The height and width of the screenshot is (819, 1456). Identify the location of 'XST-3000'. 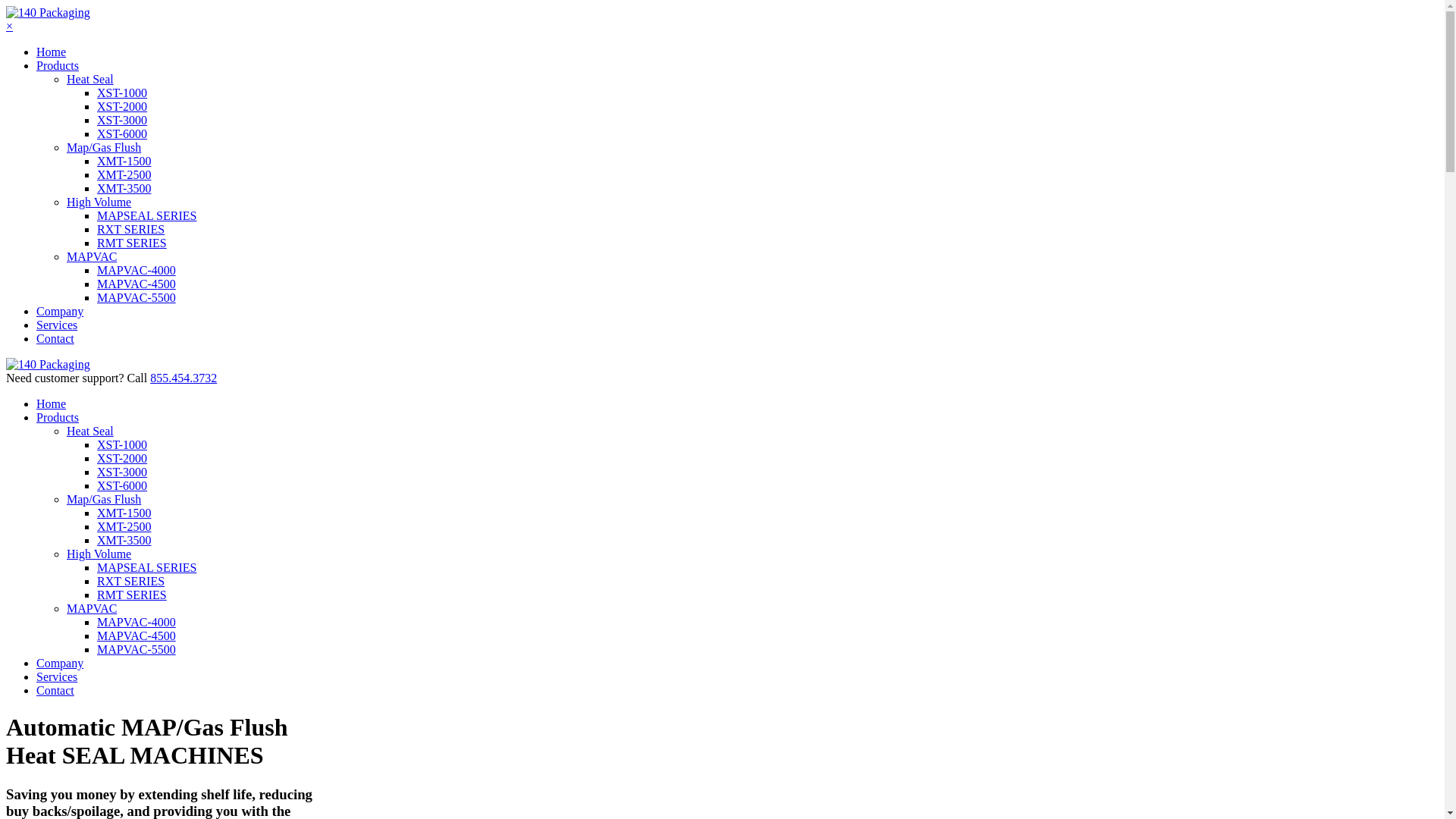
(122, 471).